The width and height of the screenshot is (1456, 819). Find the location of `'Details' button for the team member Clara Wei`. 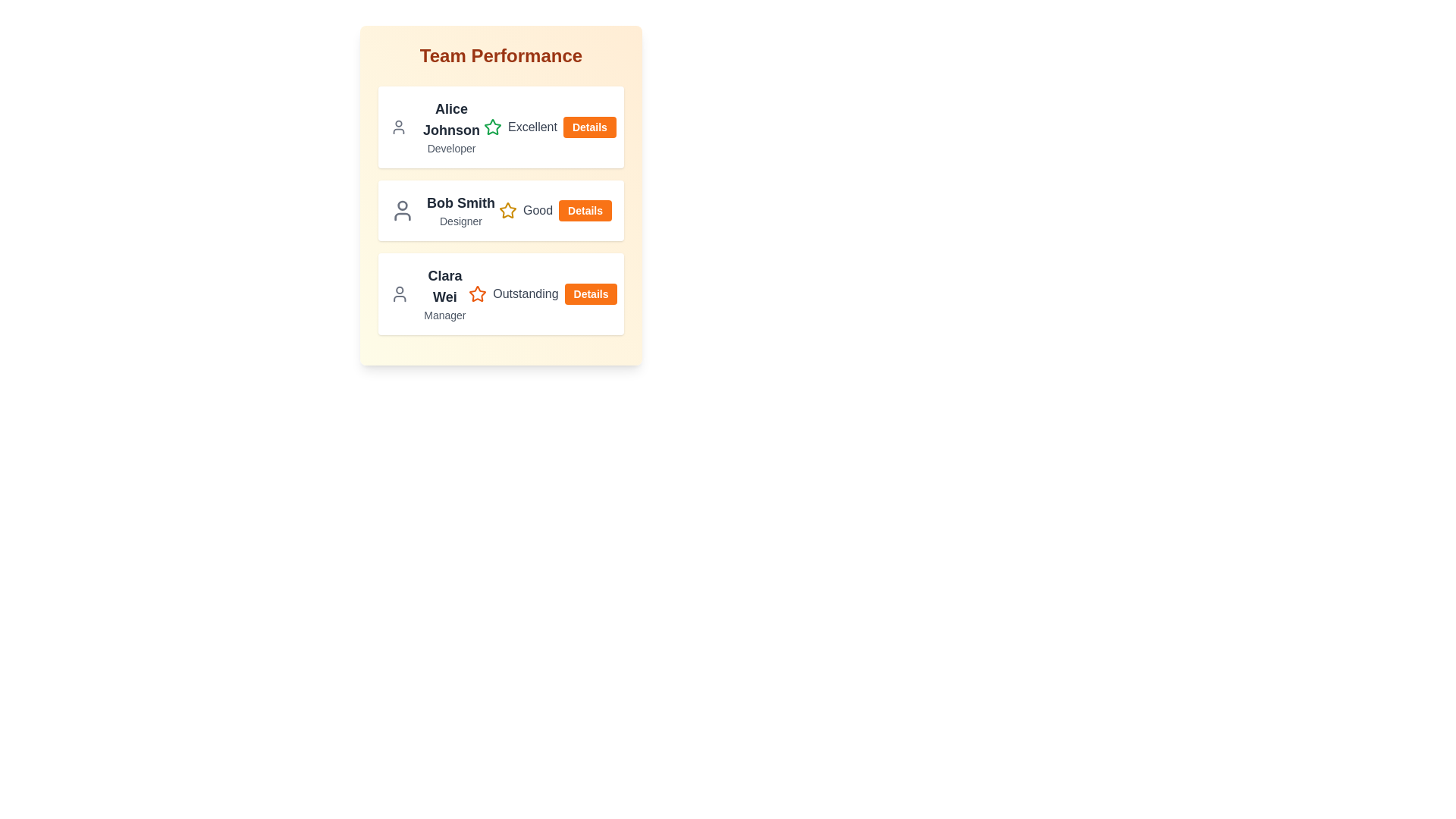

'Details' button for the team member Clara Wei is located at coordinates (590, 294).